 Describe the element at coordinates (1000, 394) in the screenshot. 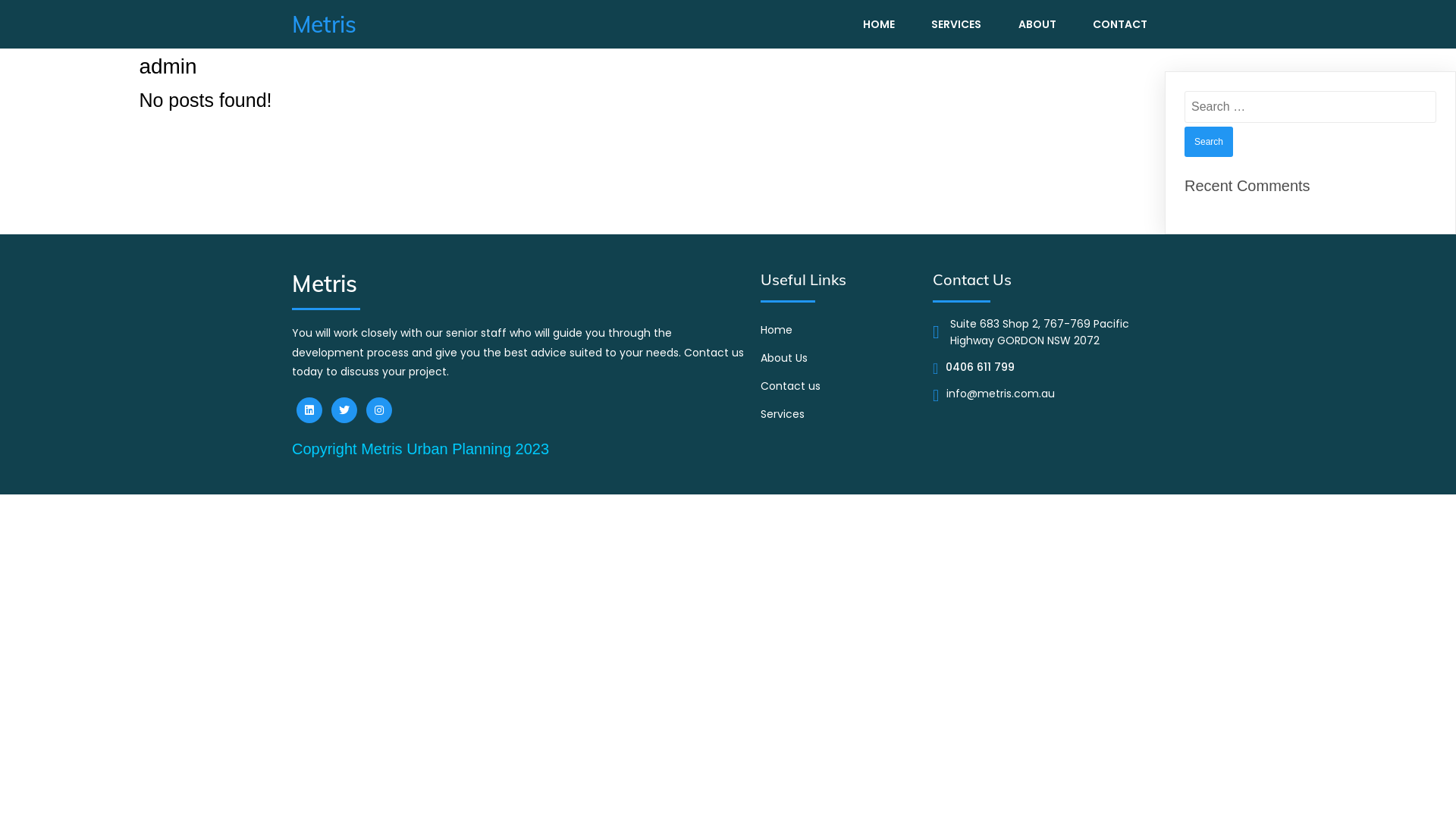

I see `'info@metris.com.au'` at that location.